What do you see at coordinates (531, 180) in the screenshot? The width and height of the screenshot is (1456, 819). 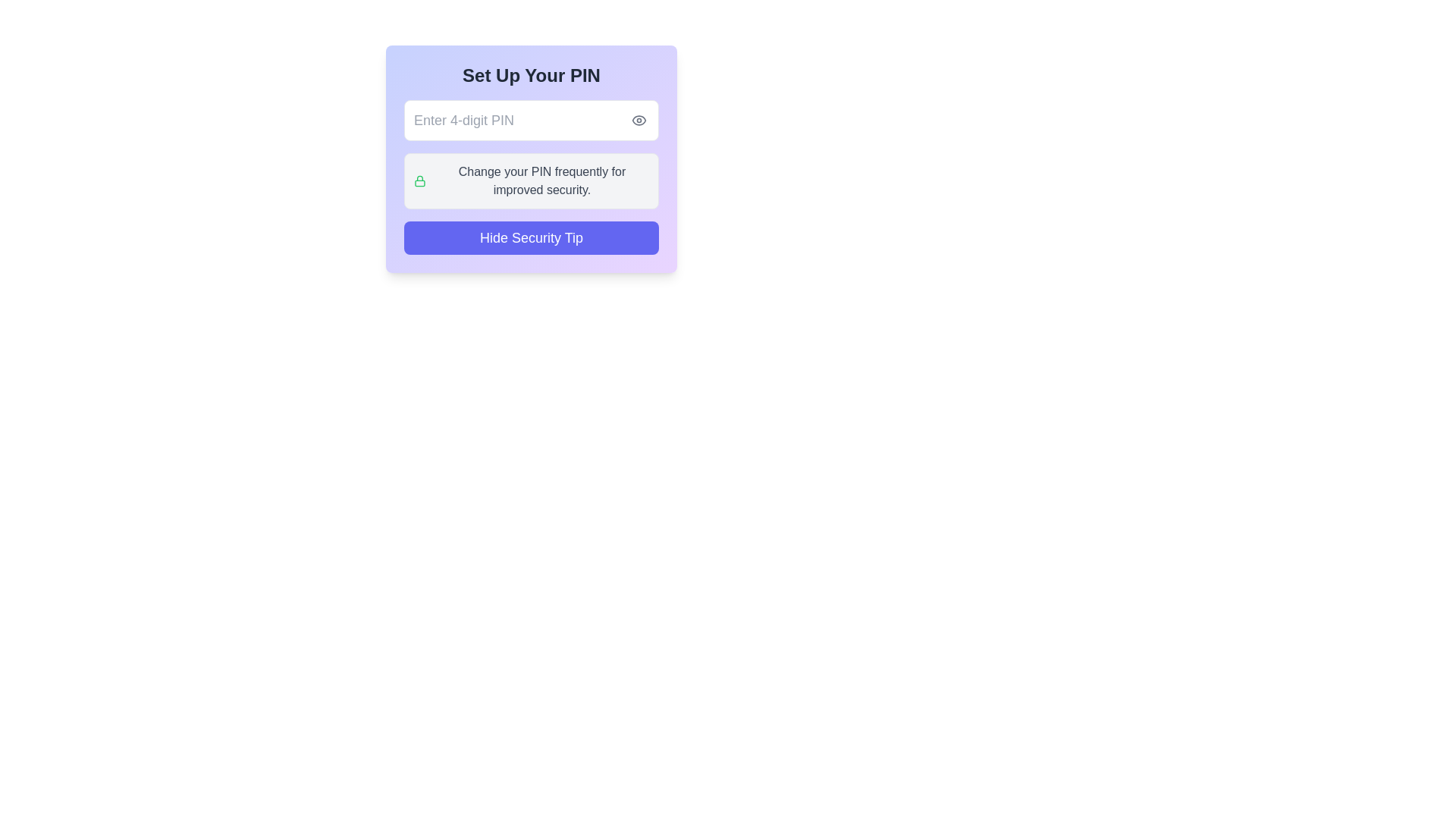 I see `the informative message box that contains the text 'Change your PIN frequently for improved security.' and a green lock icon, located below the 'Enter 4-digit PIN' input field and above the 'Hide Security Tip' button` at bounding box center [531, 180].